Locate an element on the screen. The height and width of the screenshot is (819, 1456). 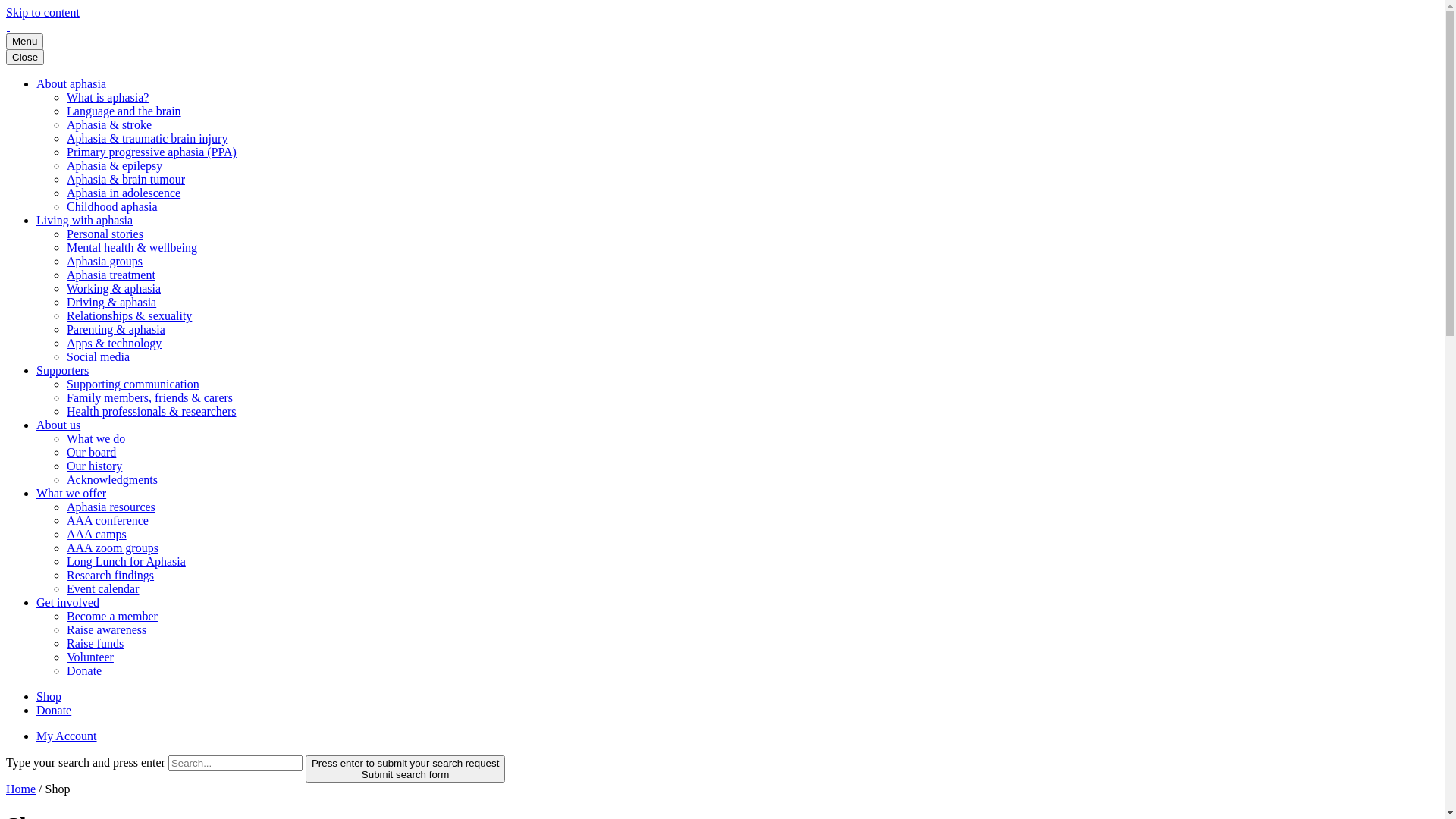
'Volunteer' is located at coordinates (65, 656).